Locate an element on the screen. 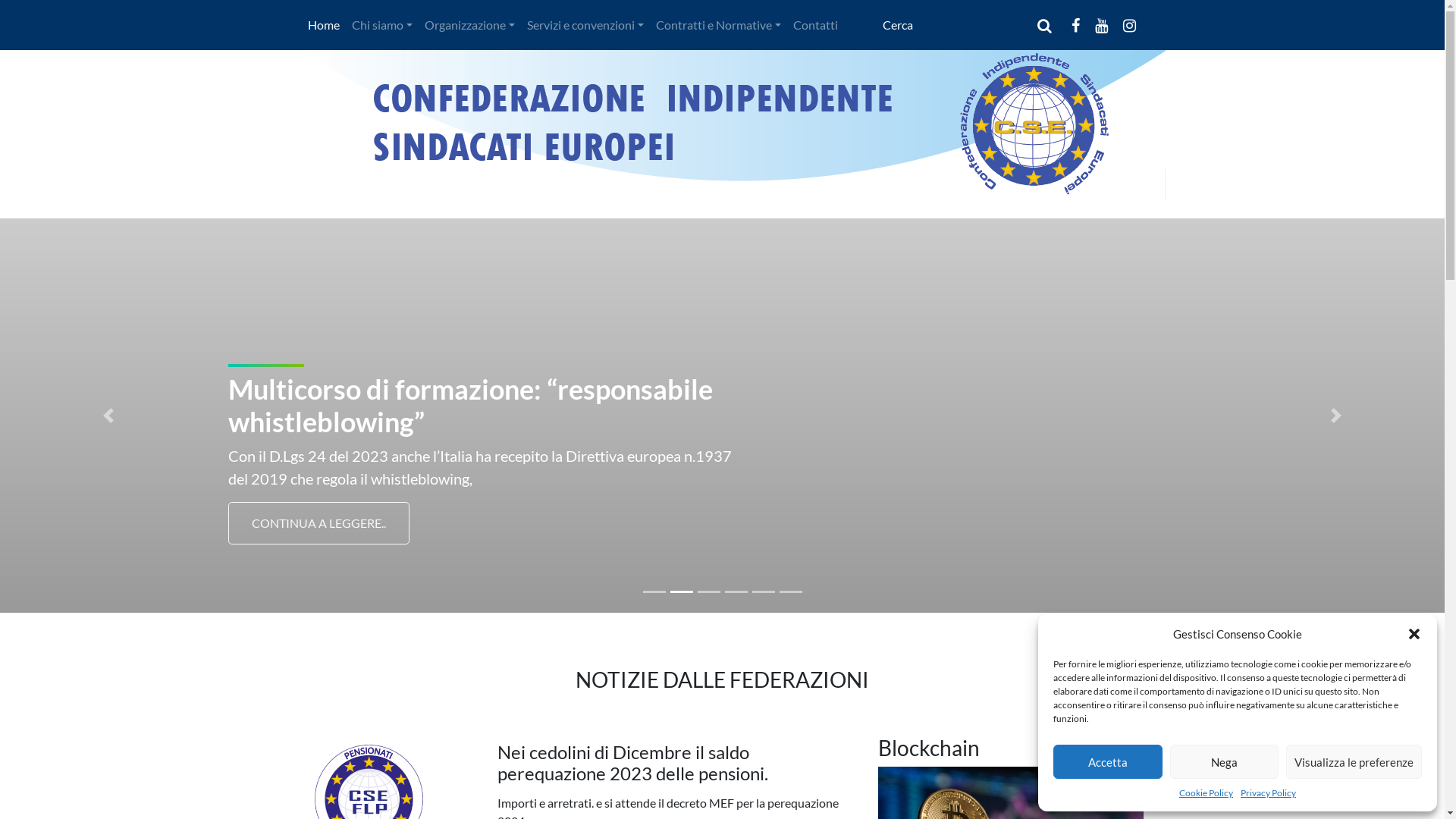 The width and height of the screenshot is (1456, 819). 'Previous' is located at coordinates (108, 415).